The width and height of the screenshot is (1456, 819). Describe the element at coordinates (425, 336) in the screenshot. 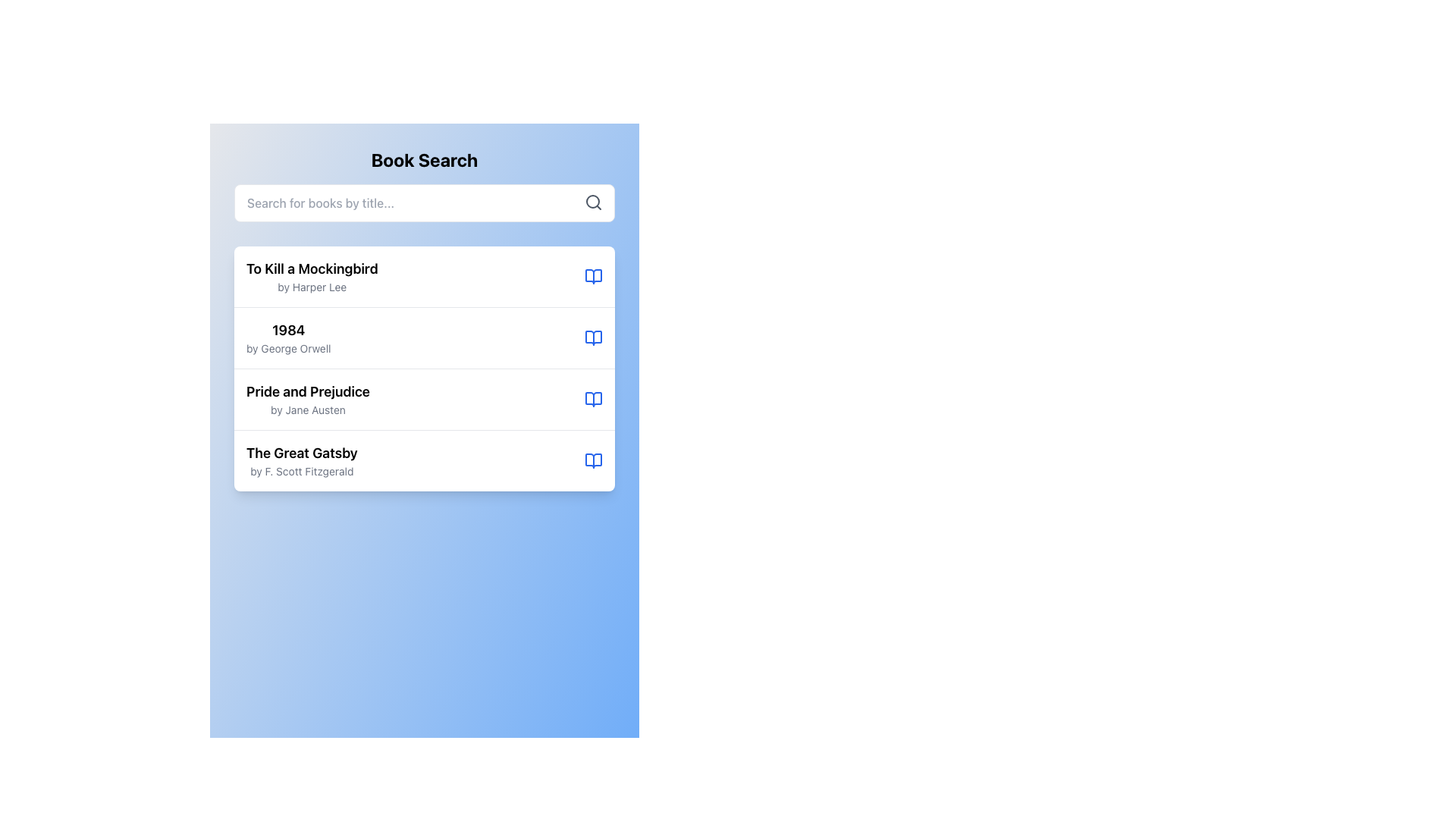

I see `the list item titled '1984' by George Orwell` at that location.